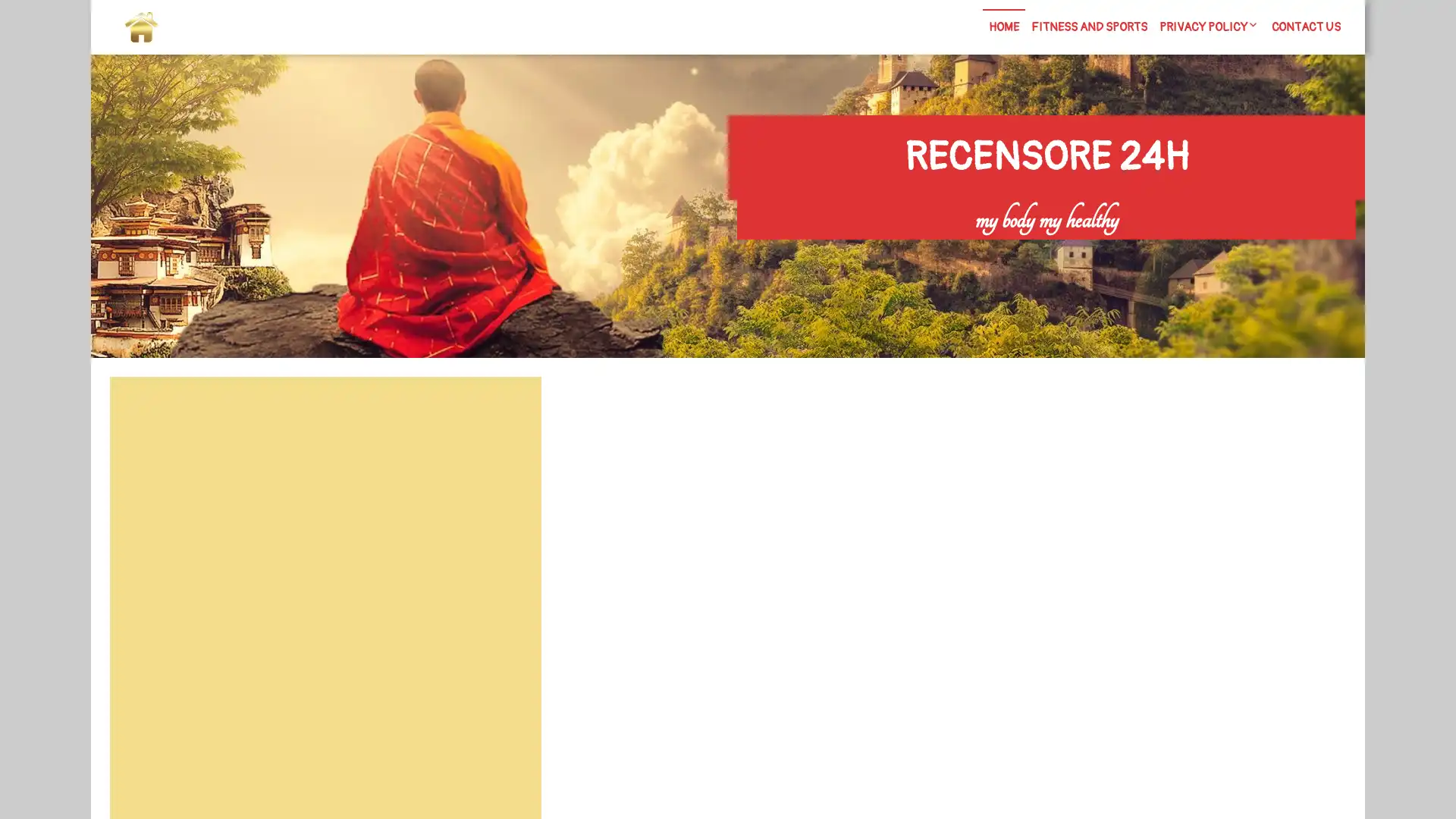  Describe the element at coordinates (1181, 248) in the screenshot. I see `Search` at that location.